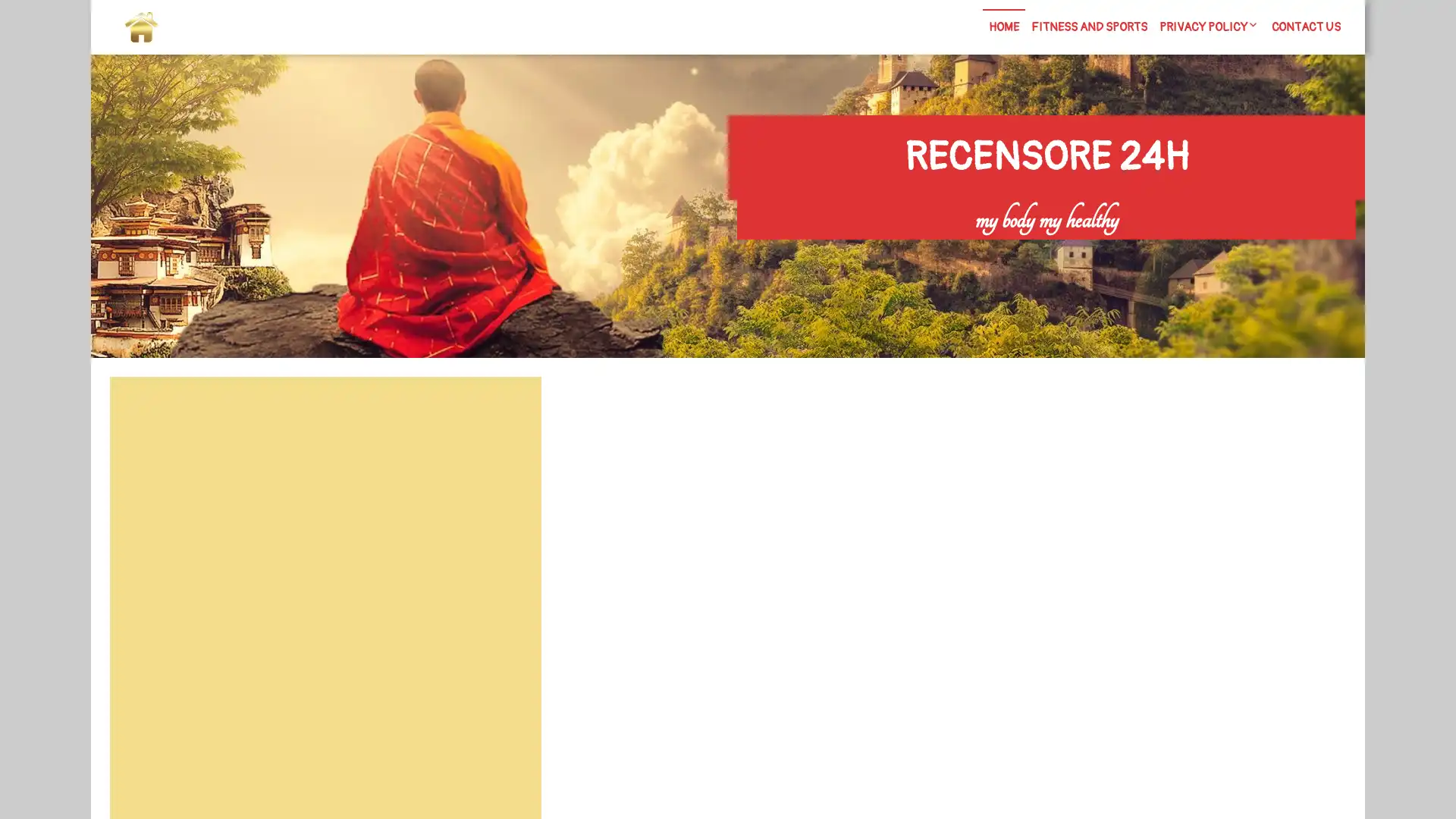  Describe the element at coordinates (1181, 248) in the screenshot. I see `Search` at that location.